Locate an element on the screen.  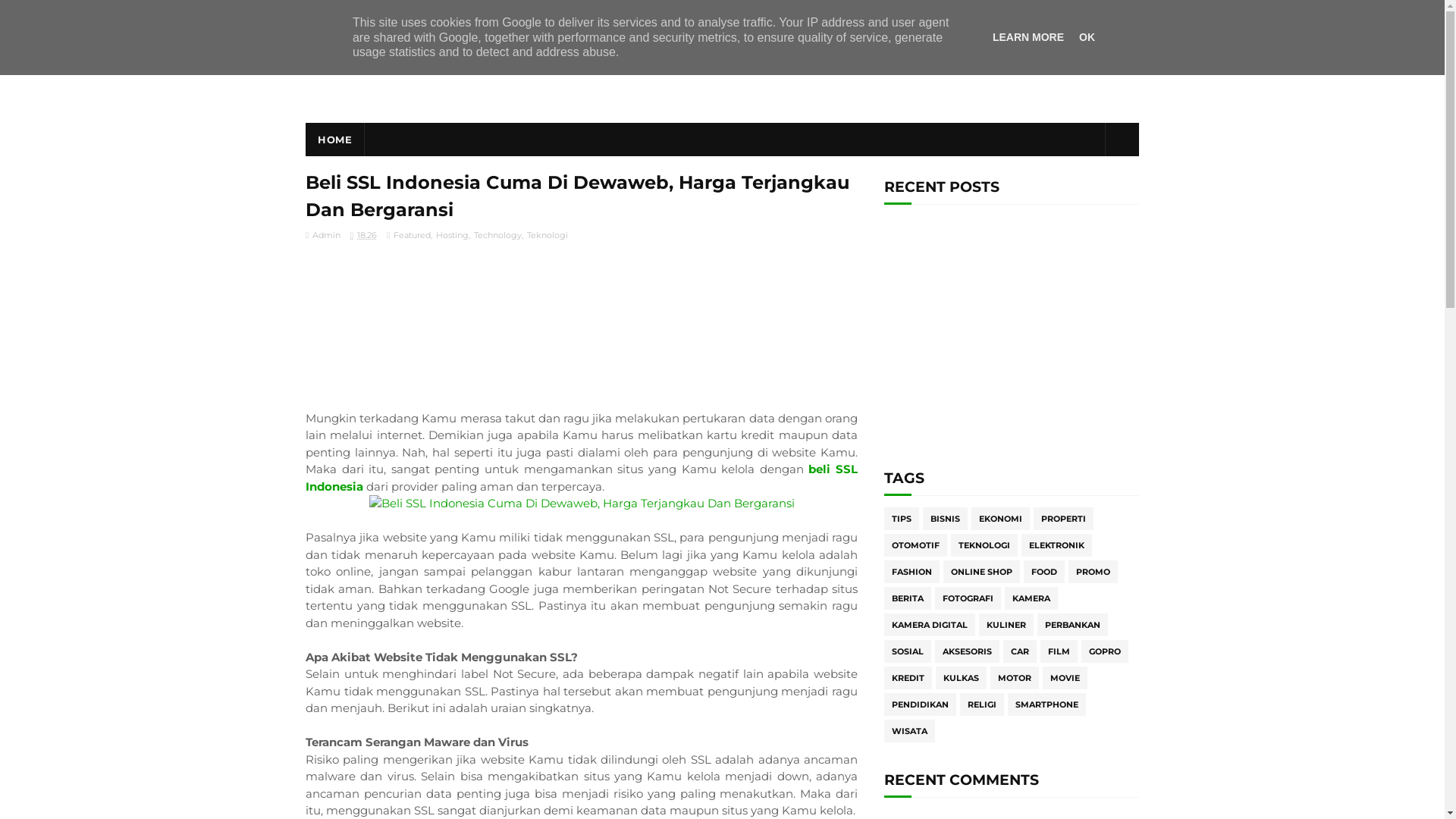
'PERBANKAN' is located at coordinates (1037, 625).